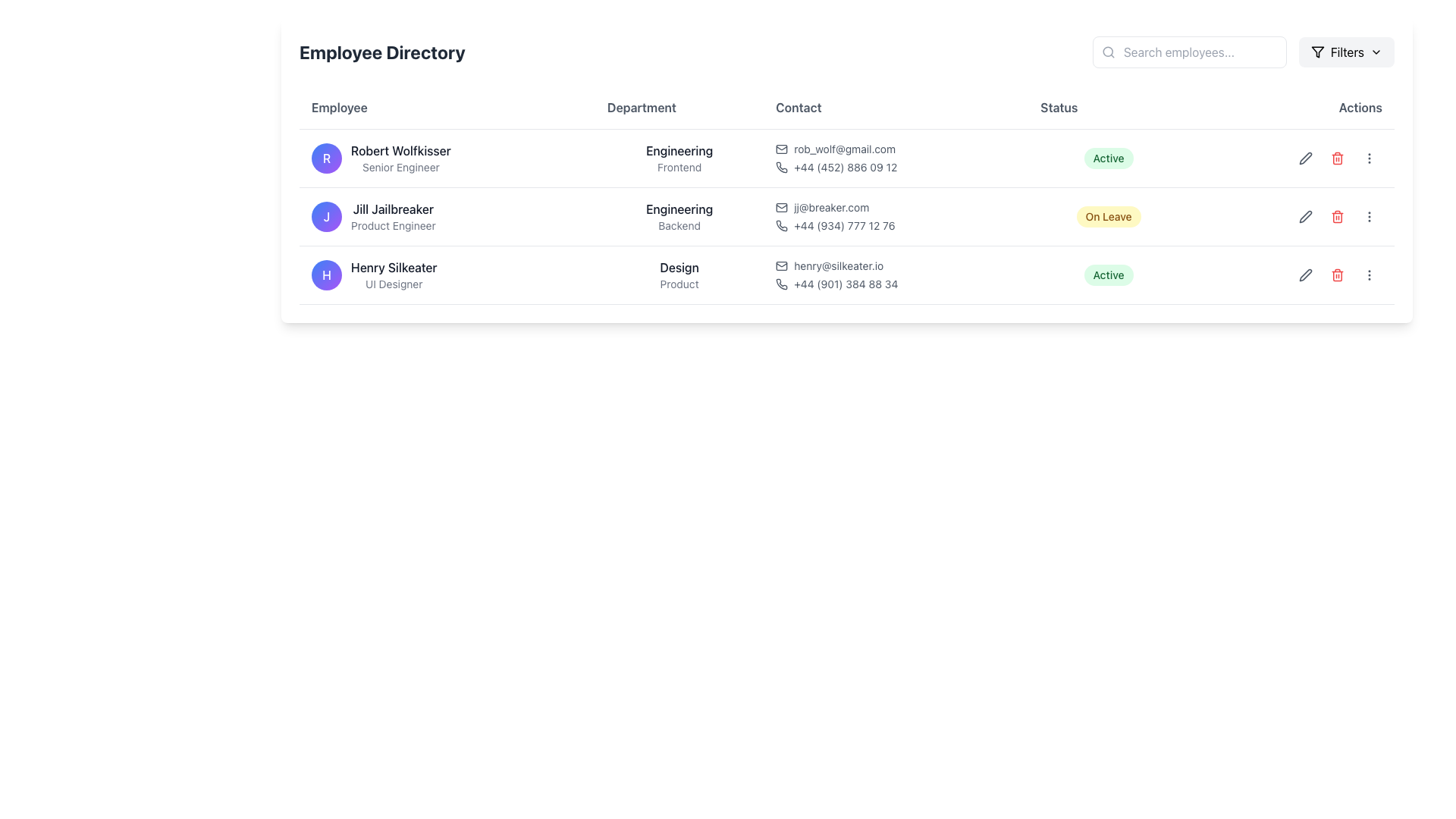 The width and height of the screenshot is (1456, 819). Describe the element at coordinates (447, 158) in the screenshot. I see `the information block displaying the name 'Robert Wolfkisser' and the title 'Senior Engineer', which includes a circular icon with a gradient background and the letter 'R' in white` at that location.